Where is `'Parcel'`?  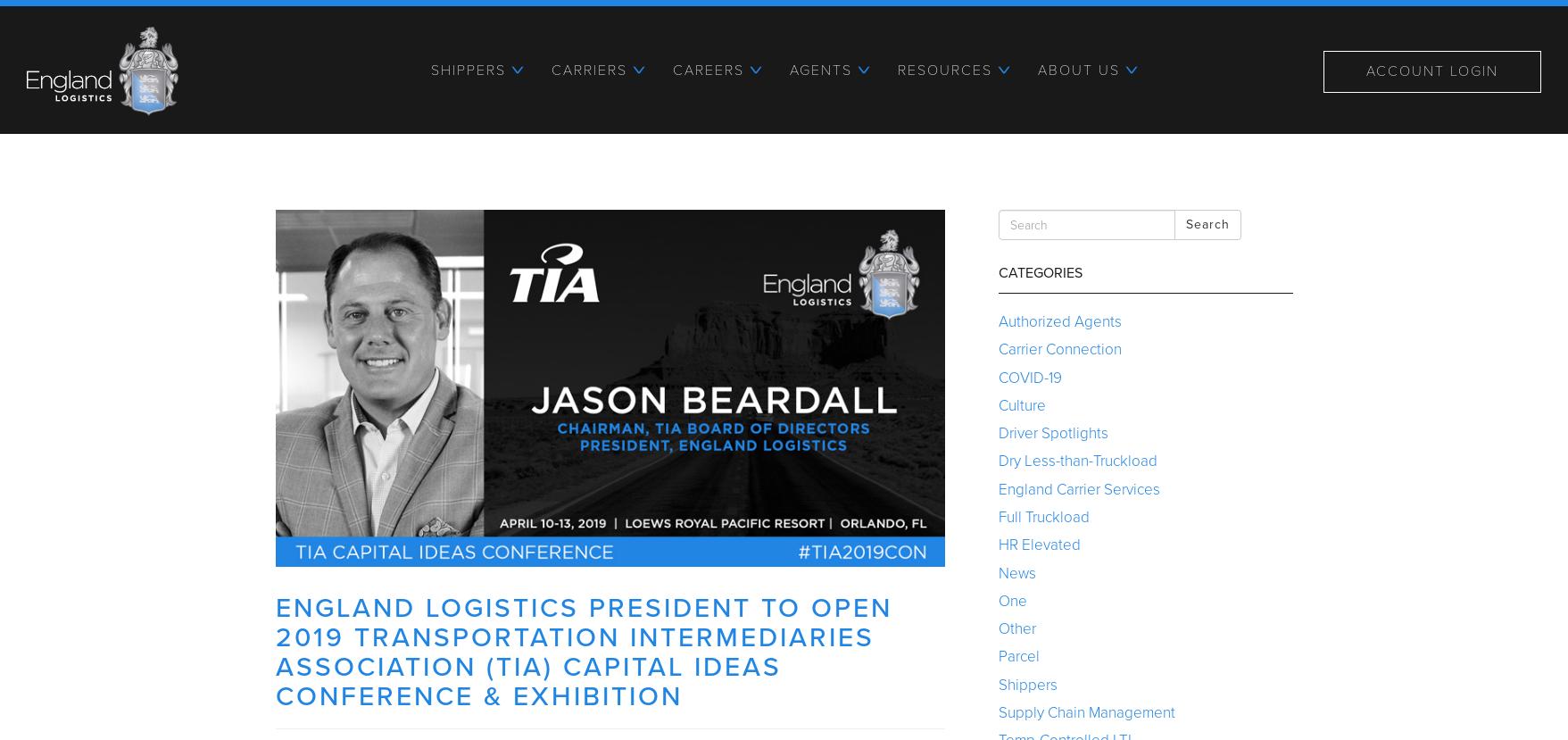 'Parcel' is located at coordinates (1016, 655).